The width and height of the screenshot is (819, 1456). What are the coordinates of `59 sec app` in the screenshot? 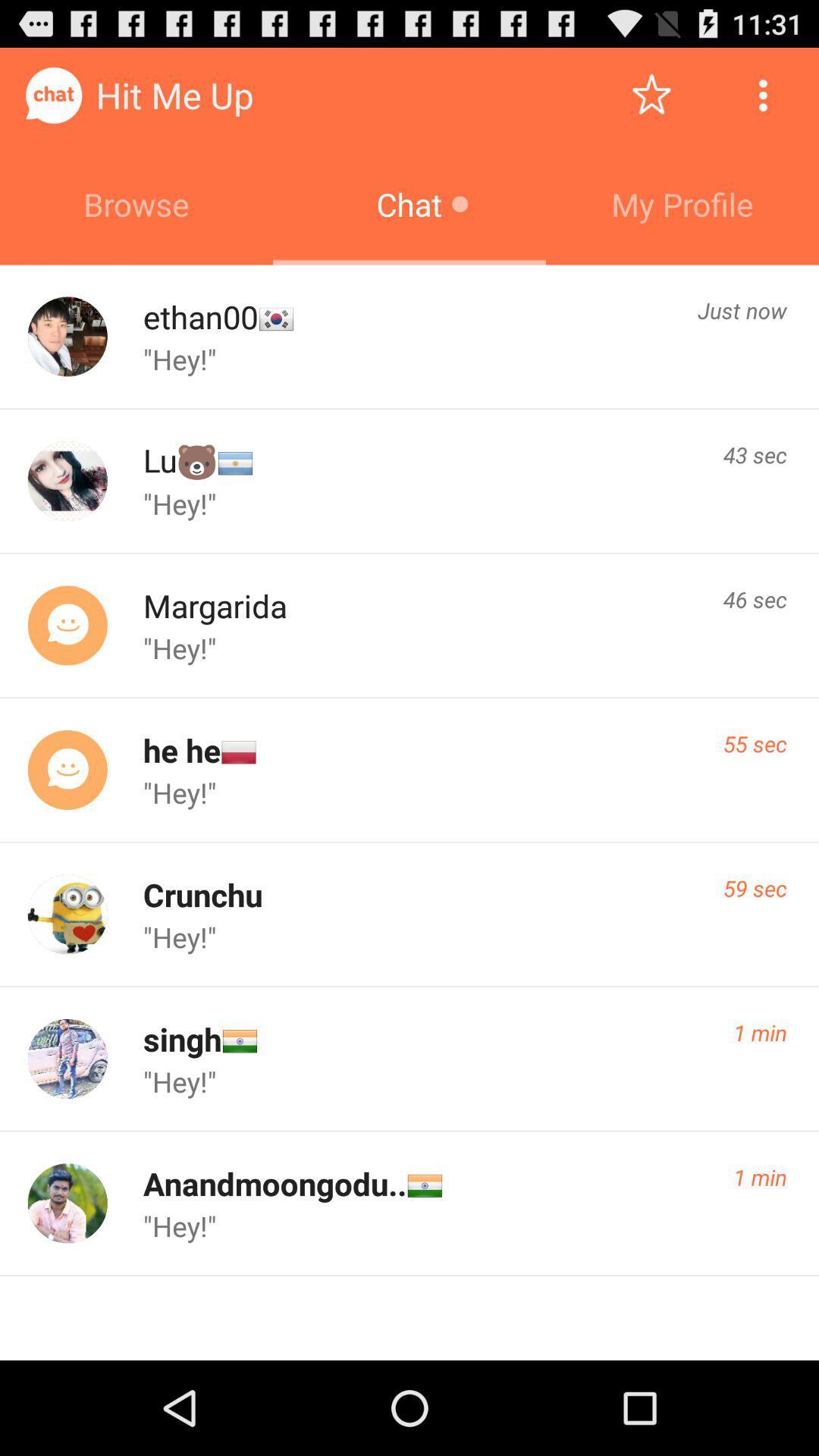 It's located at (755, 888).